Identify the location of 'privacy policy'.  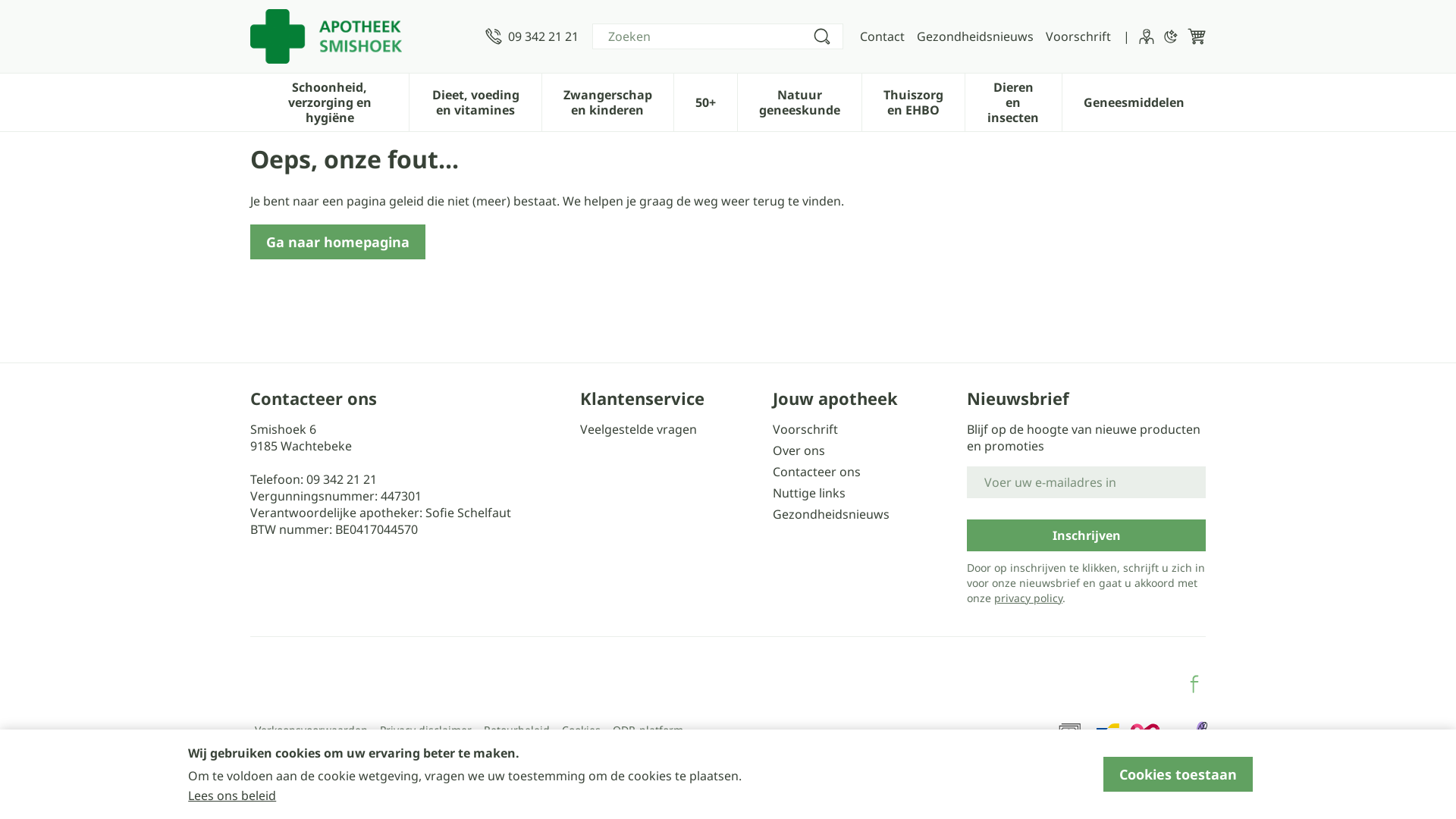
(1028, 597).